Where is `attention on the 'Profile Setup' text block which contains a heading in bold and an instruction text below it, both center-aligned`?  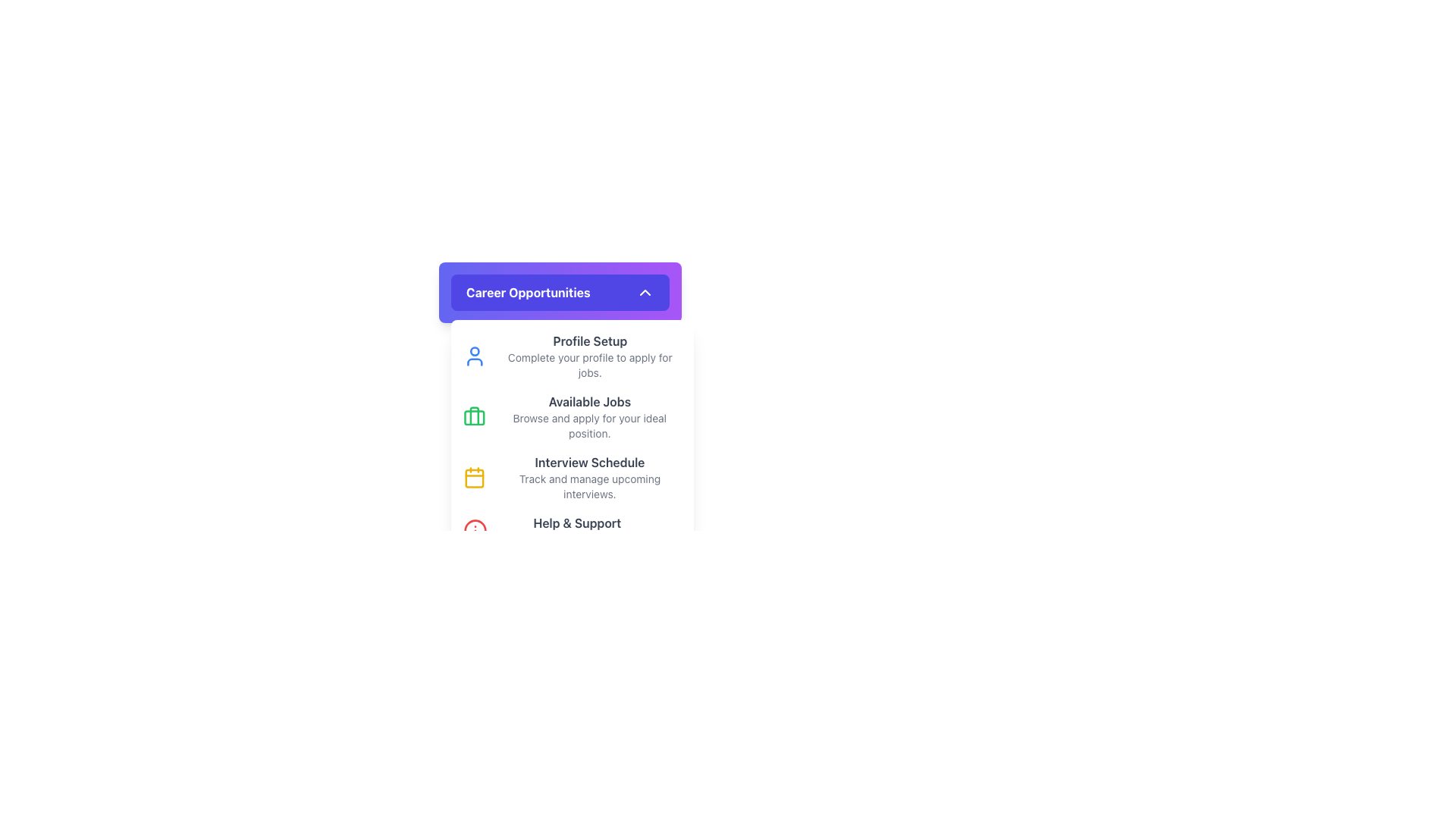 attention on the 'Profile Setup' text block which contains a heading in bold and an instruction text below it, both center-aligned is located at coordinates (589, 356).